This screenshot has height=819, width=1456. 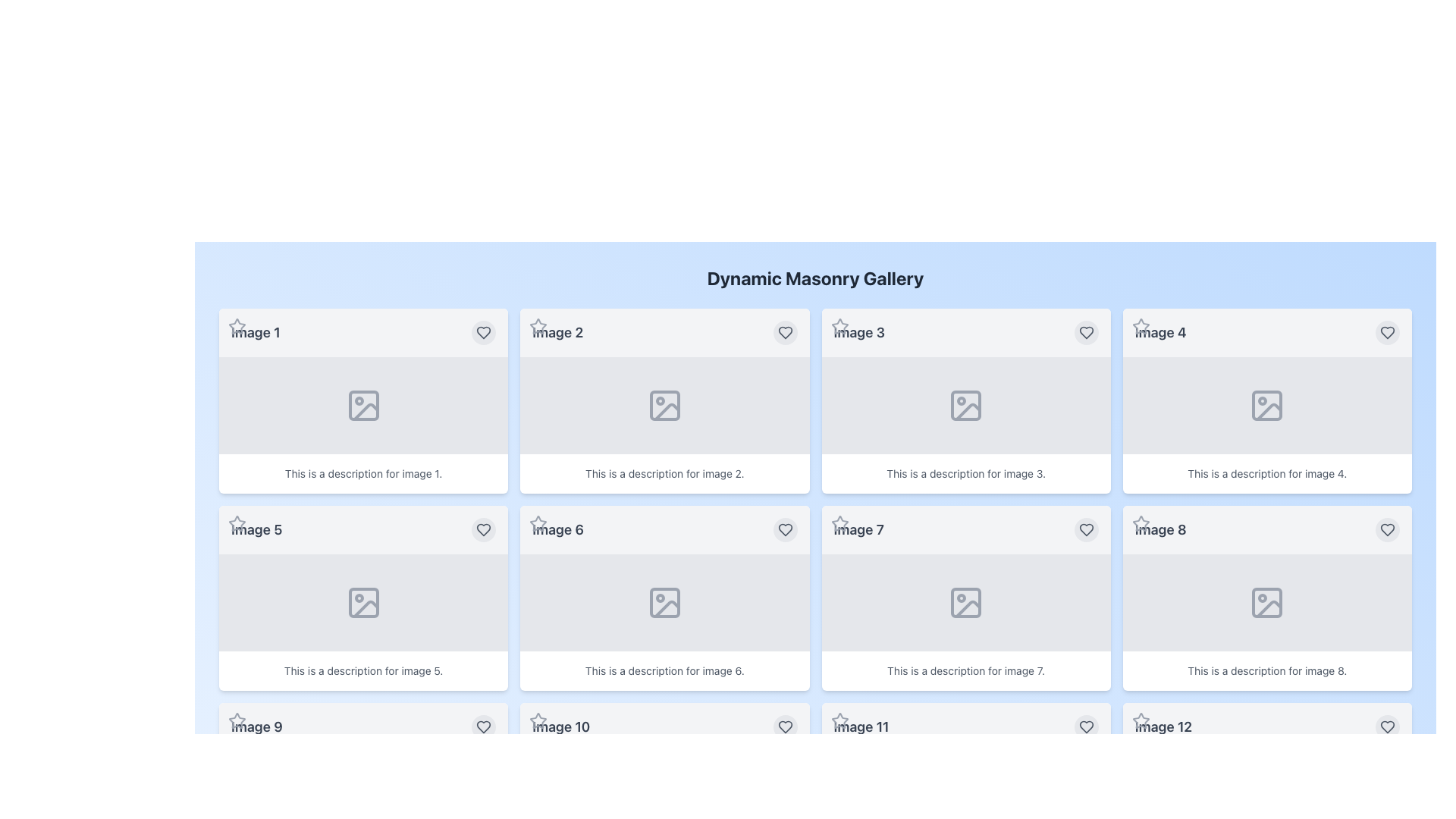 What do you see at coordinates (236, 522) in the screenshot?
I see `the star icon in the top-left corner of the card for 'Image 5' to interact with it` at bounding box center [236, 522].